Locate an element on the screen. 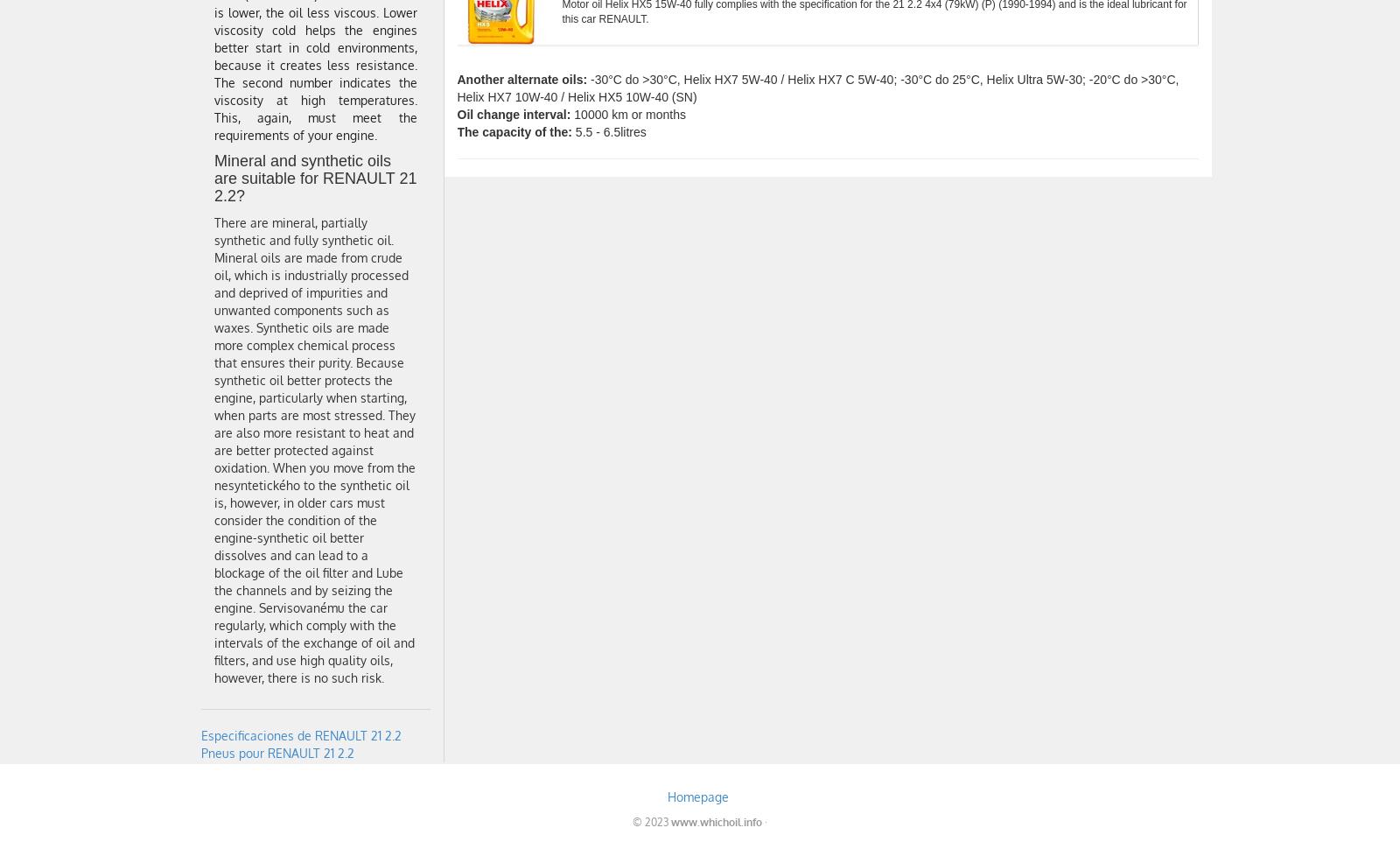  'Another alternate oils:' is located at coordinates (455, 80).